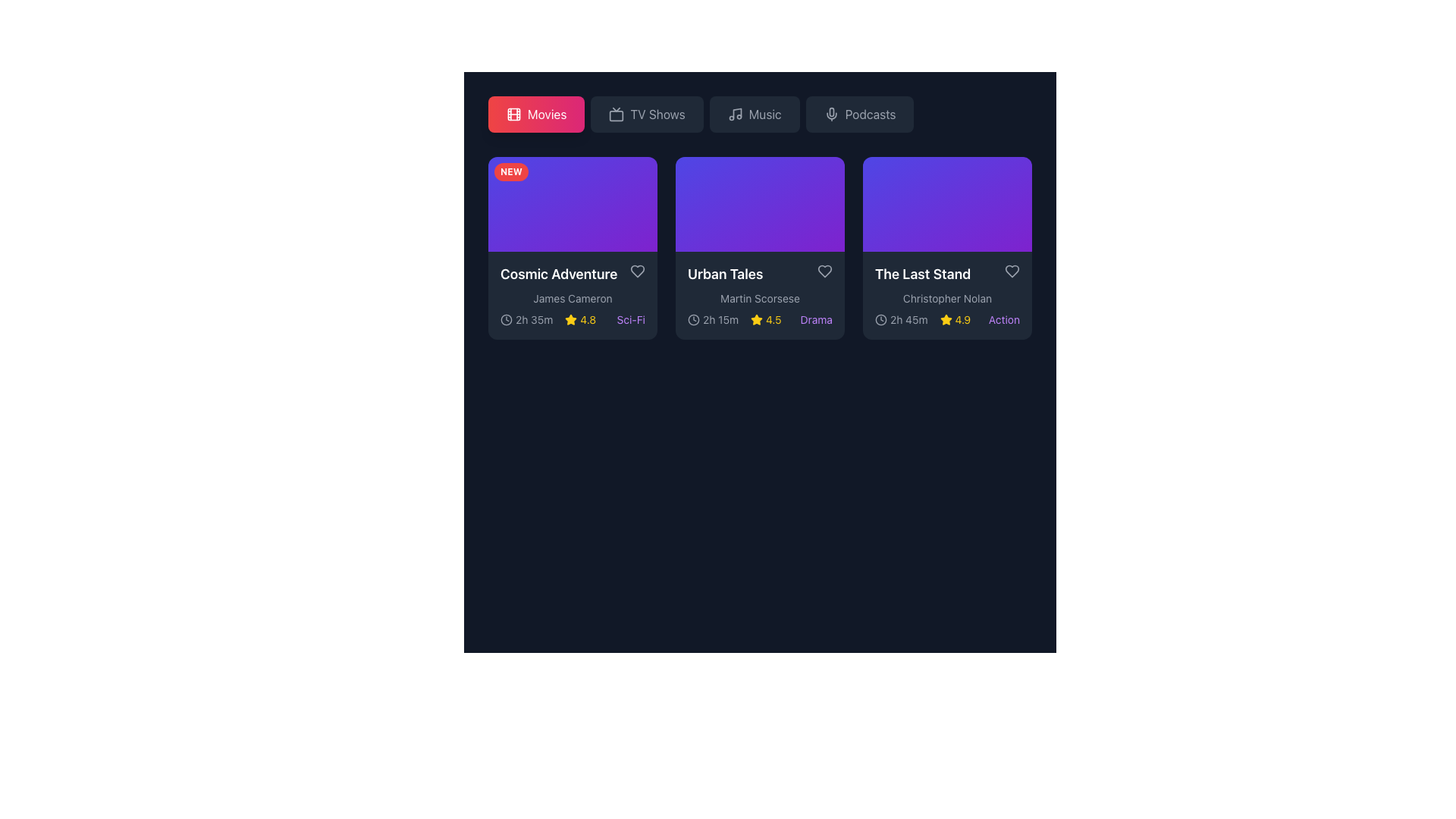  What do you see at coordinates (647, 113) in the screenshot?
I see `the interactive button in the navigation bar that serves as a navigation option to redirect the user to the TV shows section` at bounding box center [647, 113].